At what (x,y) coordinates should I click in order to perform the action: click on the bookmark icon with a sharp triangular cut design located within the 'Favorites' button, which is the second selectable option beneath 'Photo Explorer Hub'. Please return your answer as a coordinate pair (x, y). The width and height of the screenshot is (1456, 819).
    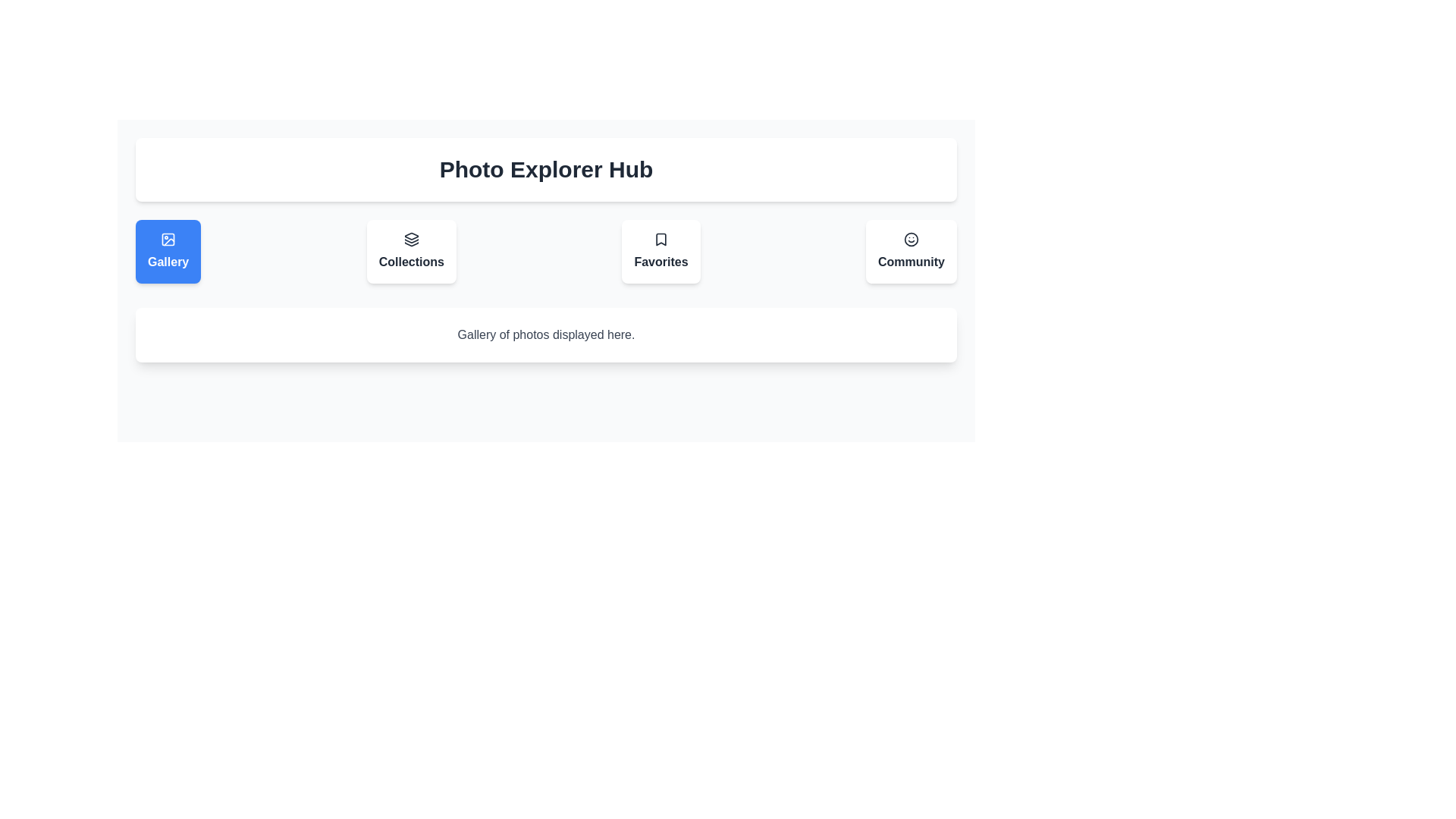
    Looking at the image, I should click on (661, 239).